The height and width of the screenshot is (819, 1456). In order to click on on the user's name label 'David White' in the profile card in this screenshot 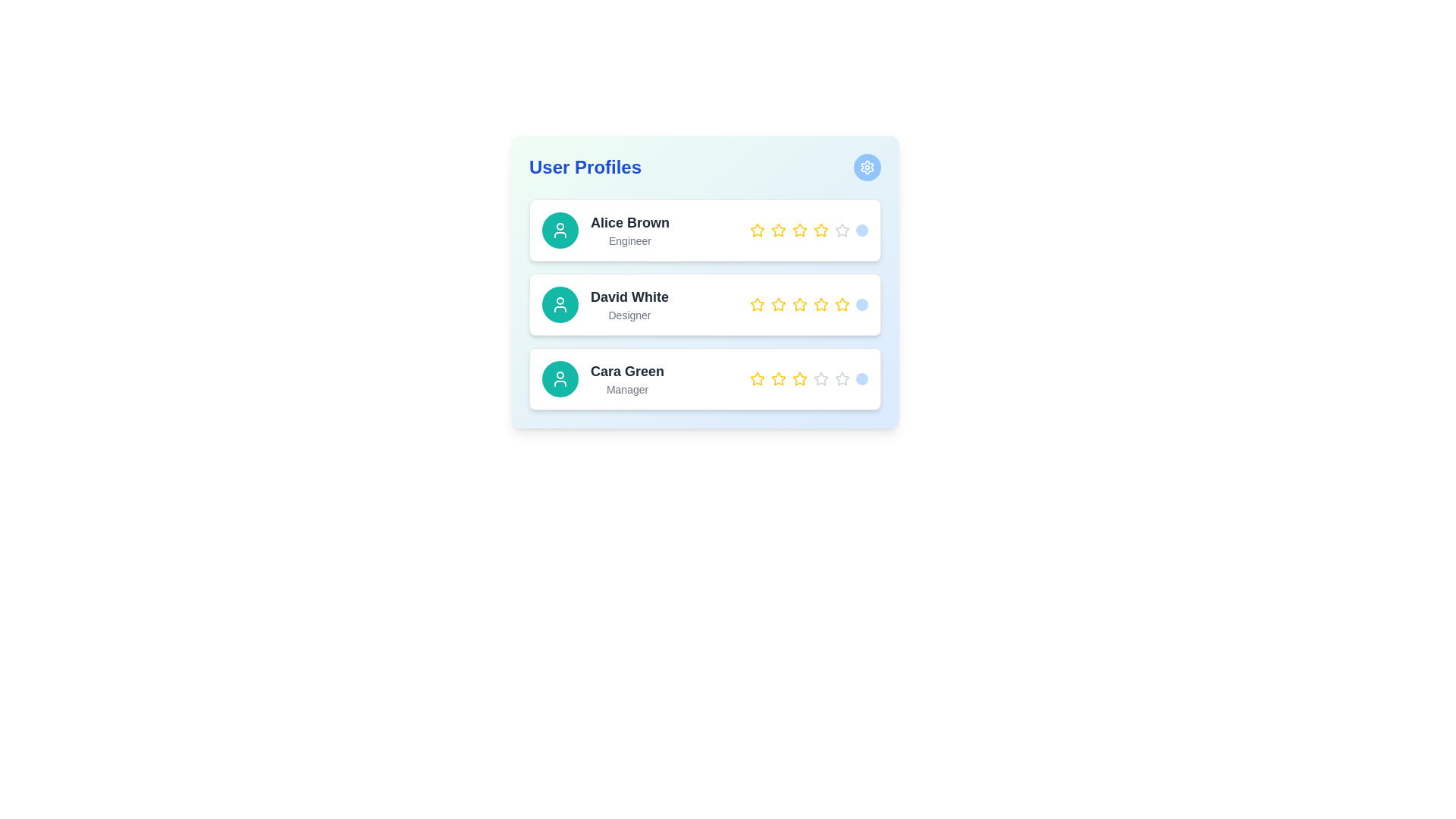, I will do `click(629, 297)`.